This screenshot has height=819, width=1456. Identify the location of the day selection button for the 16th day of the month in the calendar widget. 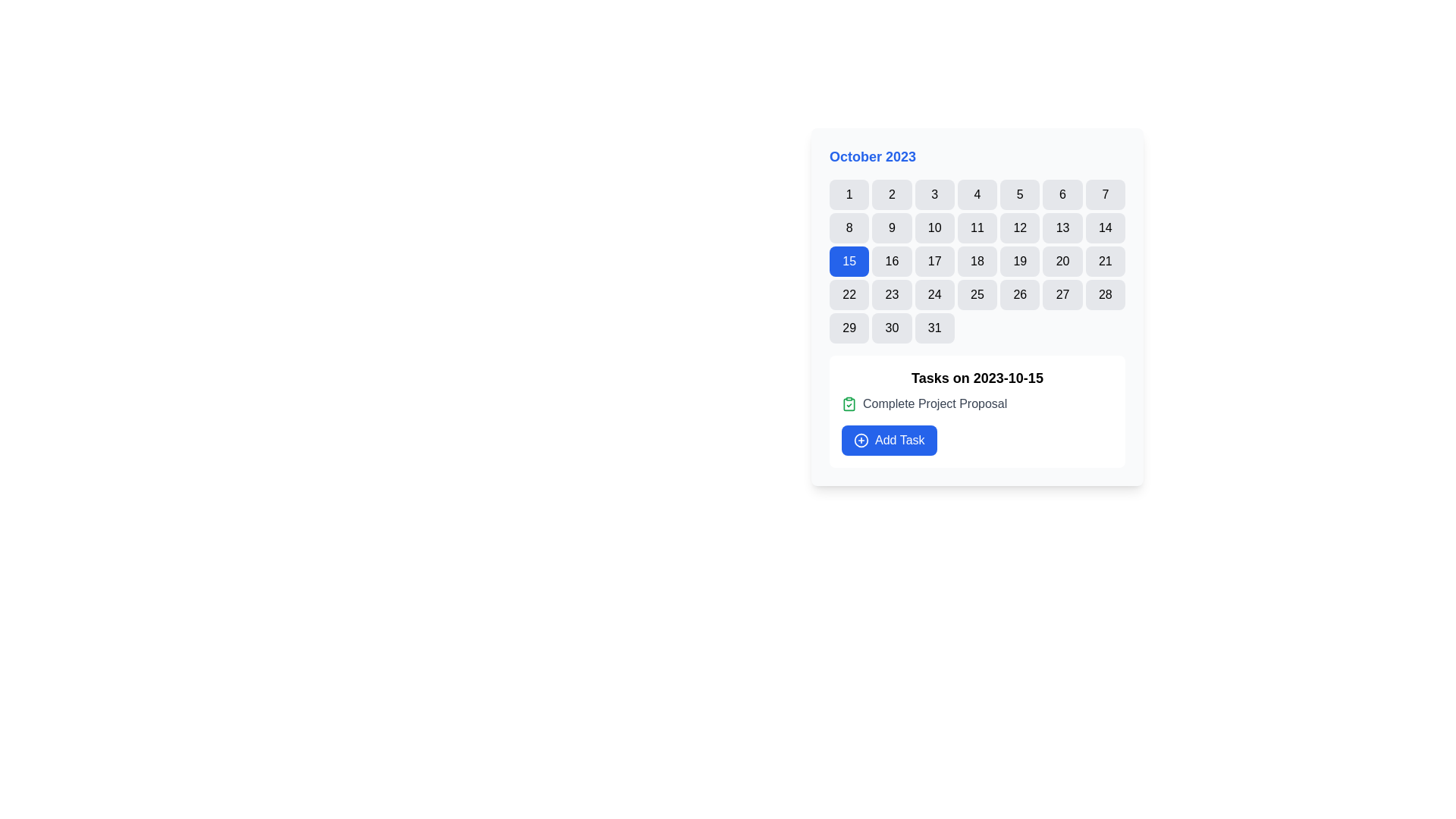
(892, 260).